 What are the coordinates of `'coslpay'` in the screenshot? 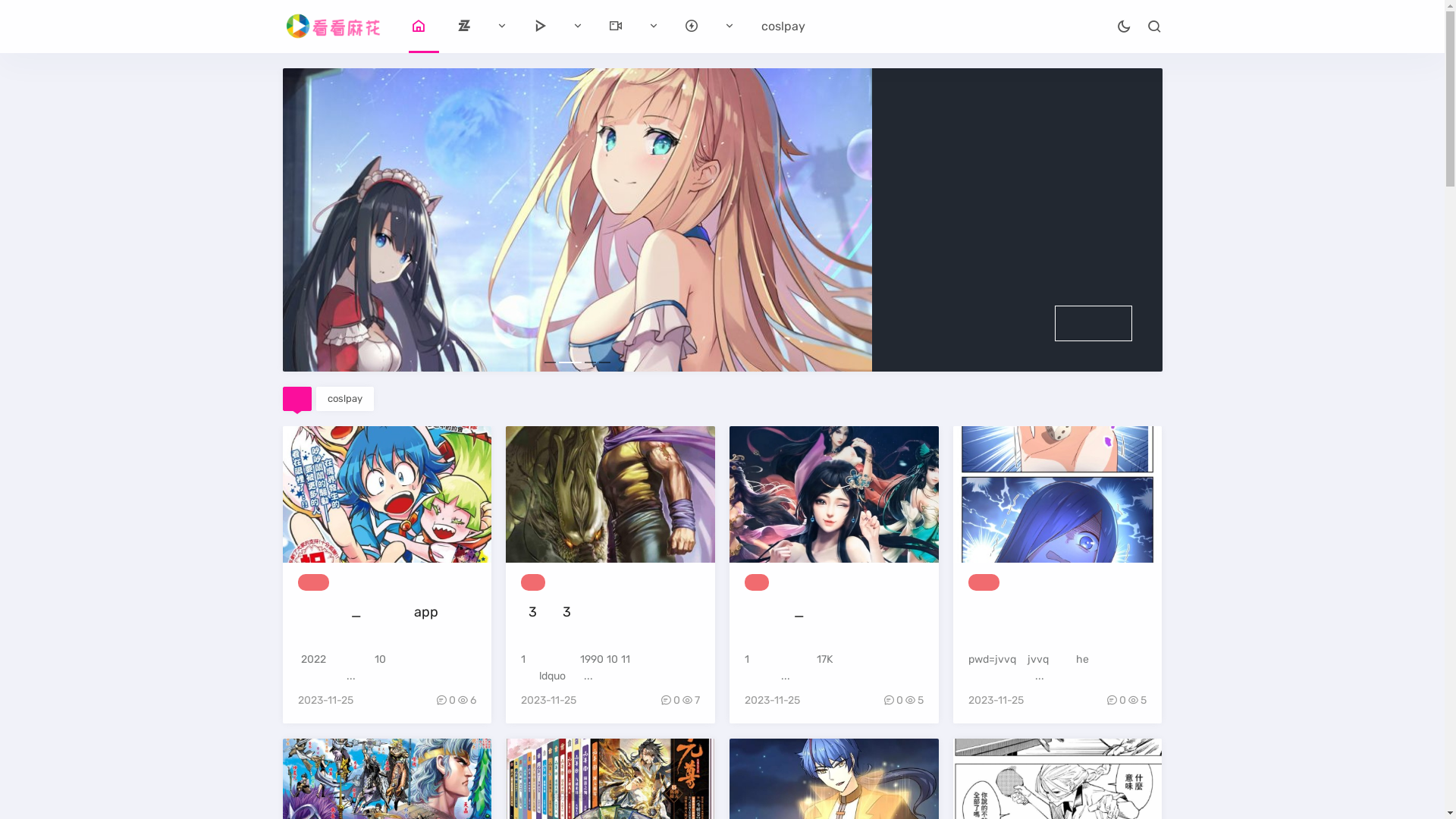 It's located at (783, 26).